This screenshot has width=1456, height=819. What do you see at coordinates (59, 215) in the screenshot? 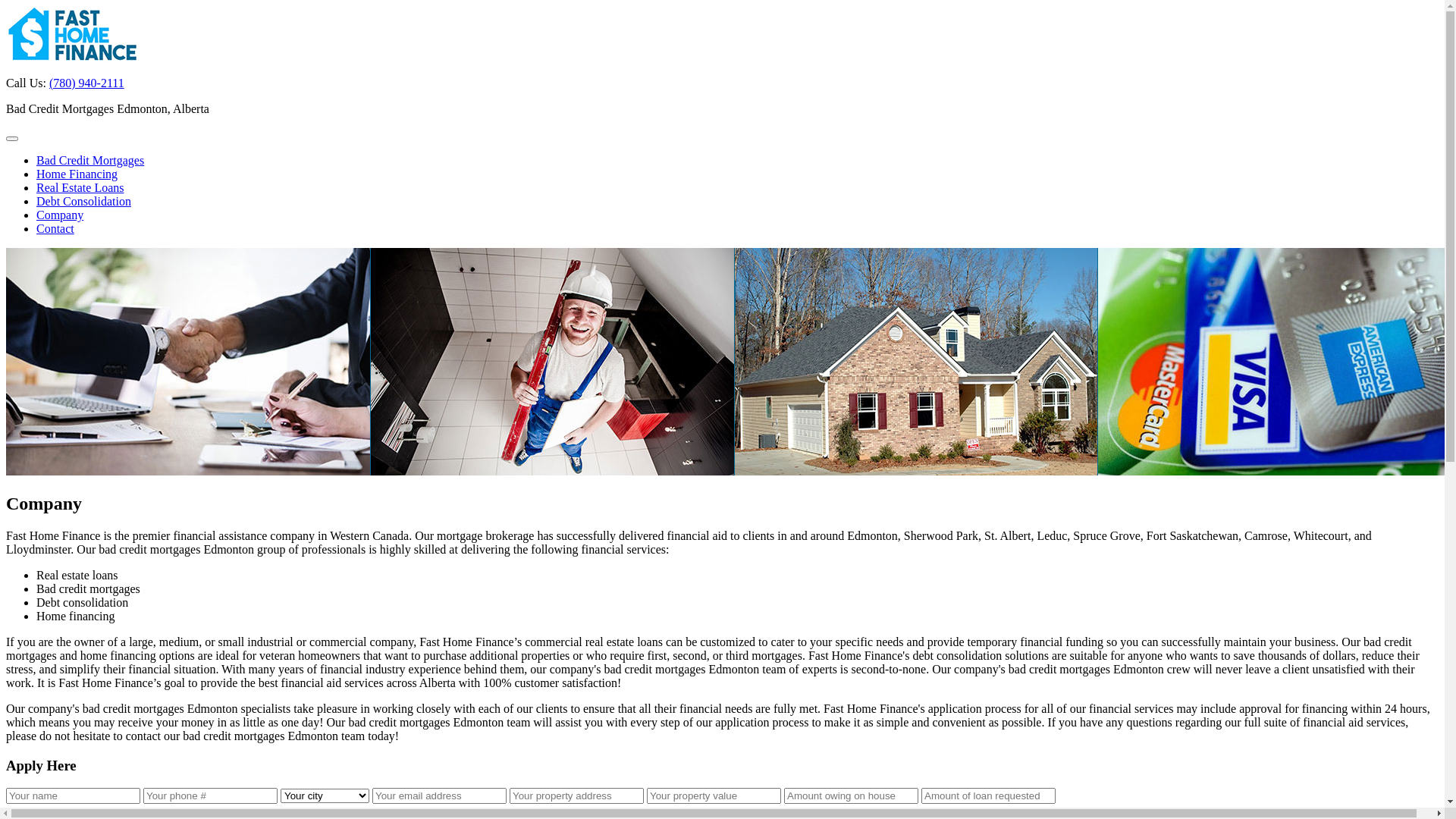
I see `'Company'` at bounding box center [59, 215].